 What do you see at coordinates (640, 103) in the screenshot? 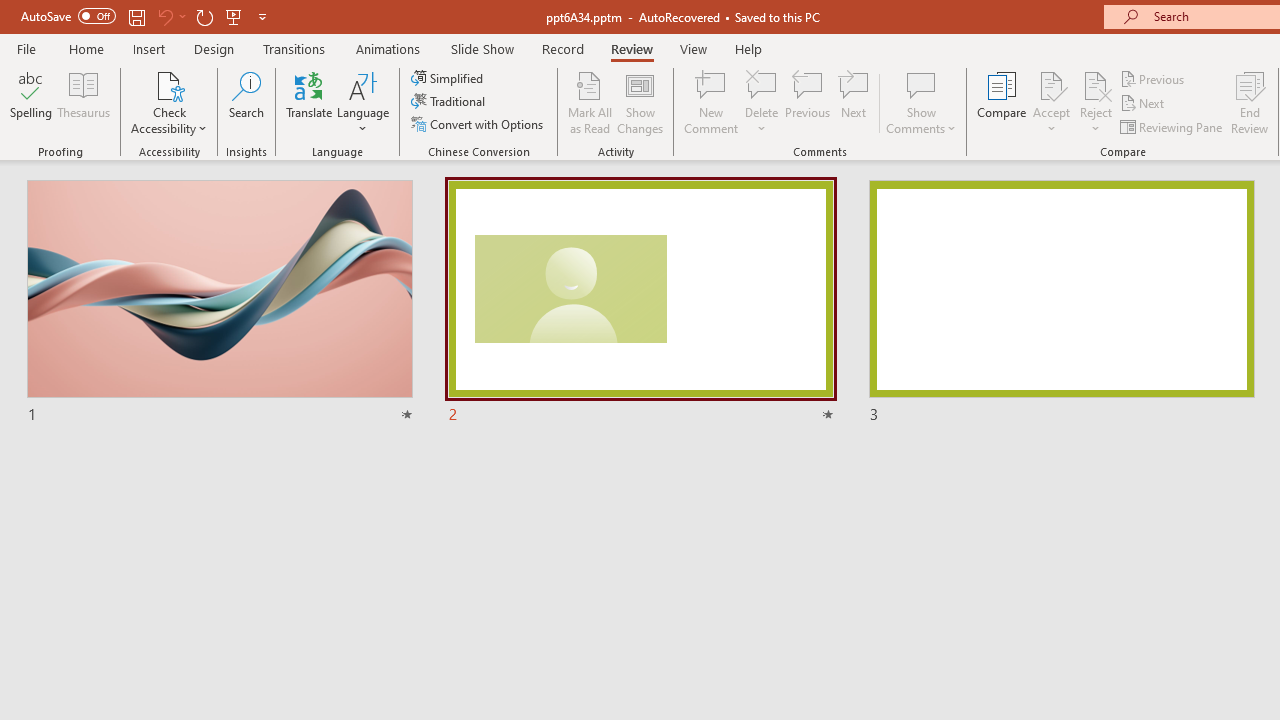
I see `'Show Changes'` at bounding box center [640, 103].